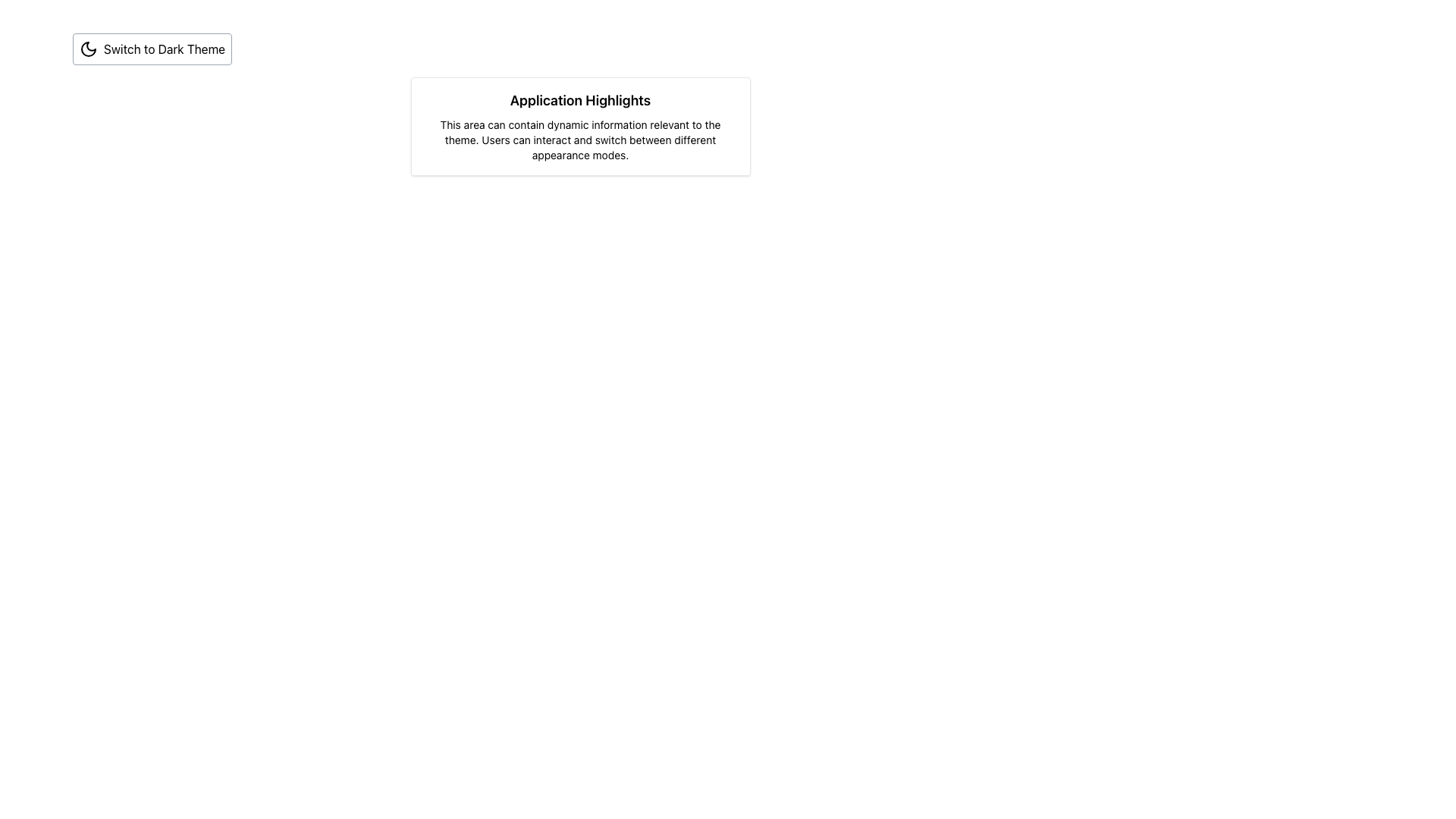 Image resolution: width=1456 pixels, height=819 pixels. Describe the element at coordinates (152, 49) in the screenshot. I see `the 'Switch to Dark Theme' button, which is a rectangular button with a white background and a moon icon, located towards the top left corner of the interface` at that location.